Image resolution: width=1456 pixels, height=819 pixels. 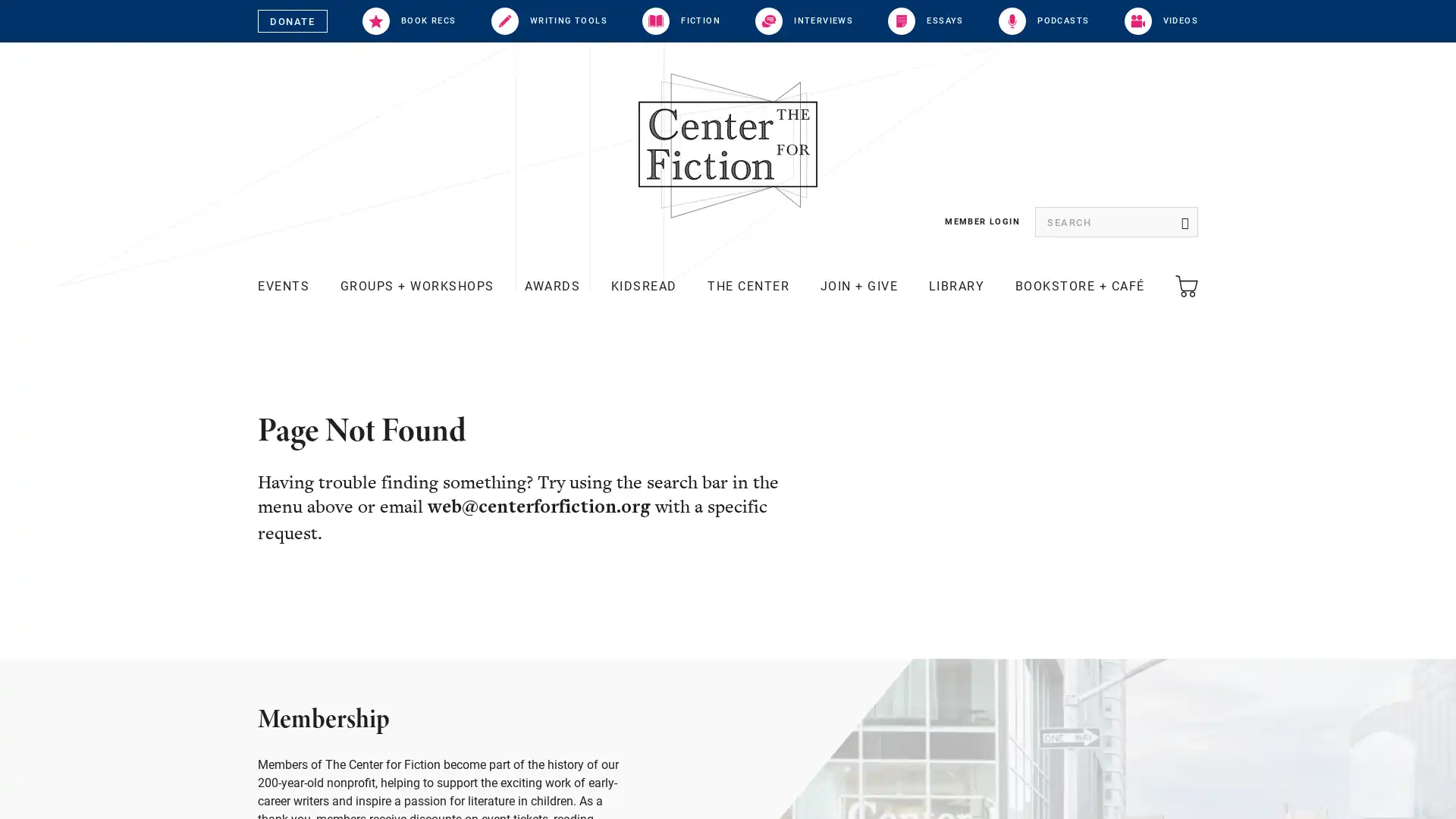 What do you see at coordinates (1182, 222) in the screenshot?
I see `Submit Search` at bounding box center [1182, 222].